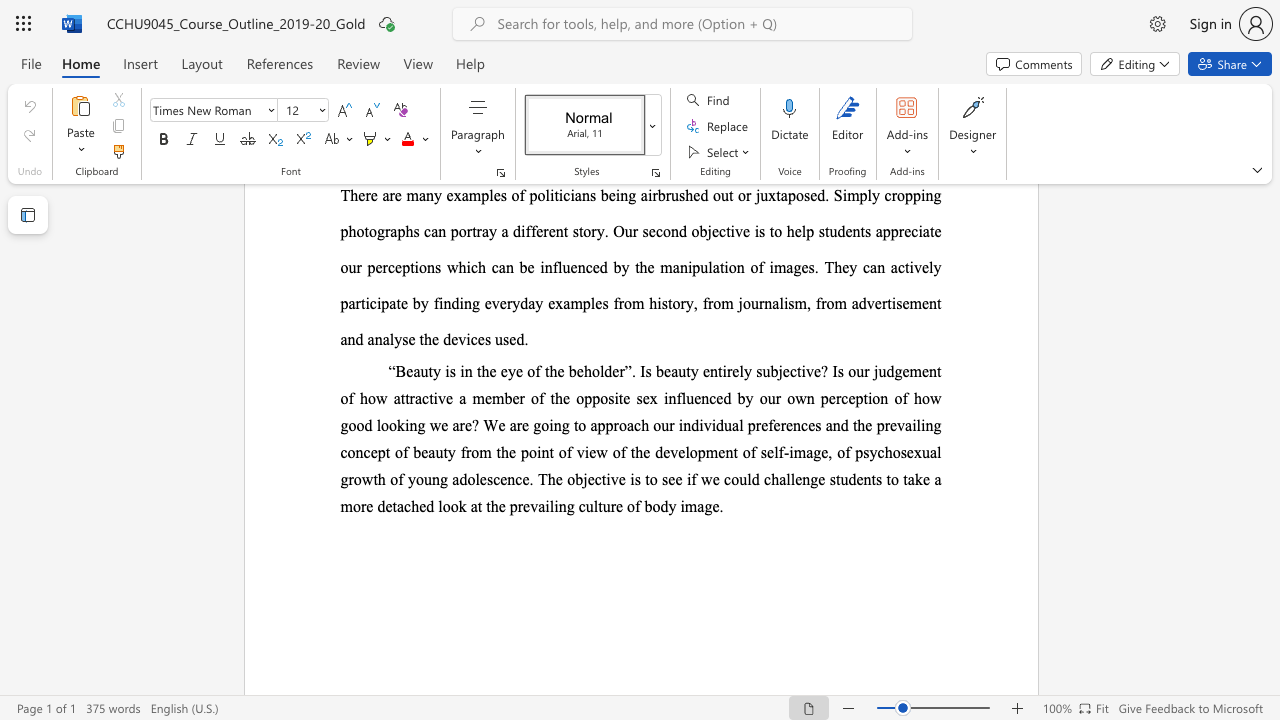  Describe the element at coordinates (588, 452) in the screenshot. I see `the subset text "ew of the development of self-image, of psychosexual growth of young adolescence. The objective is to se" within the text "“Beauty is in the eye of the beholder”. Is beauty entirely subjective? Is our judgement of how attractive a member of the opposite sex influenced by our own perception of how good looking we are? We are going to approach our individual preferences and the prevailing concept of beauty from the point of view of the development of self-image, of psychosexual growth of young adolescence. The objective is to see if we could challenge students to take a more detached look at the prevailing culture of body image."` at that location.